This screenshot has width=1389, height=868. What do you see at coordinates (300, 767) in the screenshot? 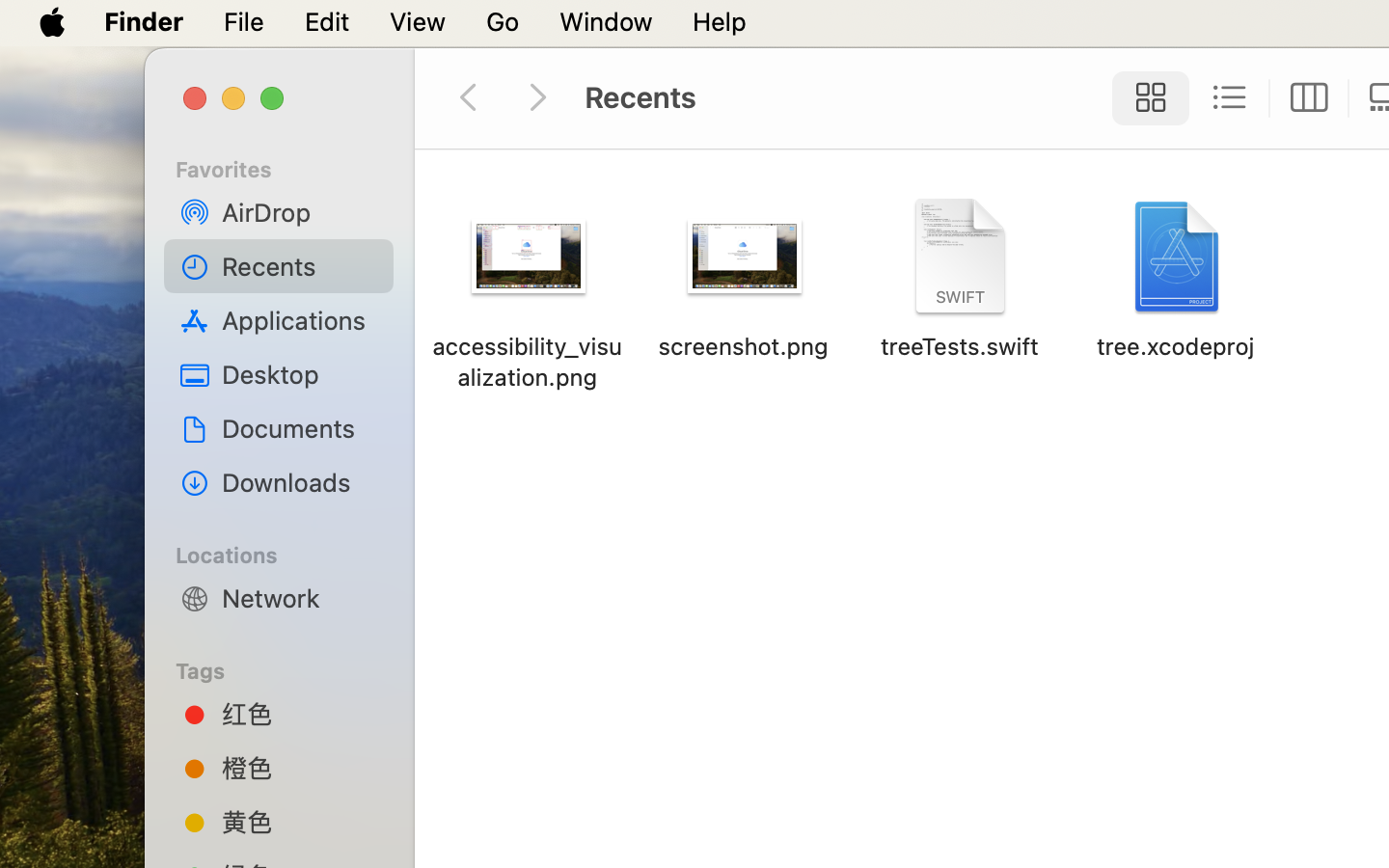
I see `'橙色'` at bounding box center [300, 767].